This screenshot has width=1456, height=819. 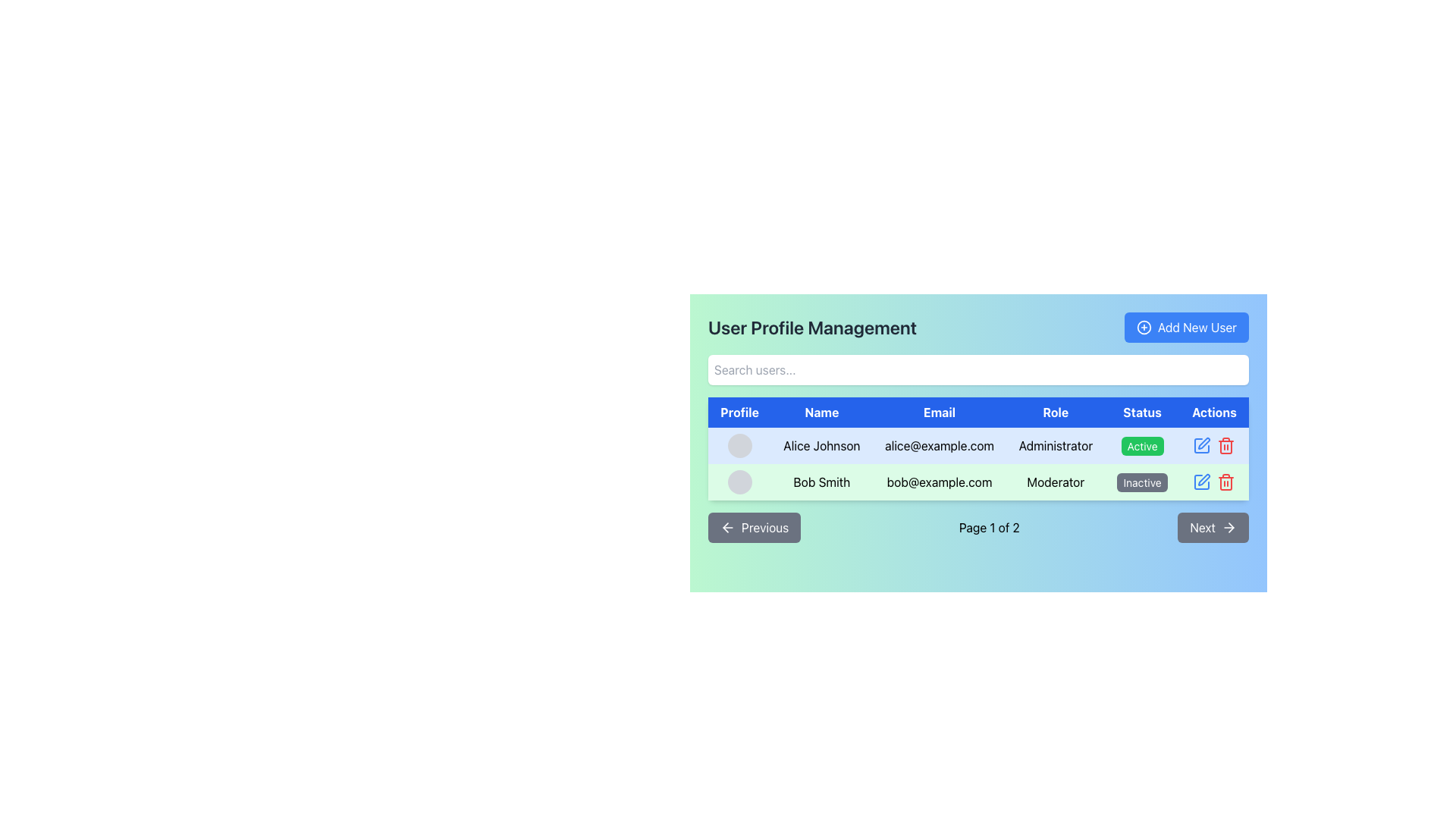 I want to click on the small left-pointing arrow icon within the 'Previous' button located at the bottom-left of the user profile management area, so click(x=725, y=526).